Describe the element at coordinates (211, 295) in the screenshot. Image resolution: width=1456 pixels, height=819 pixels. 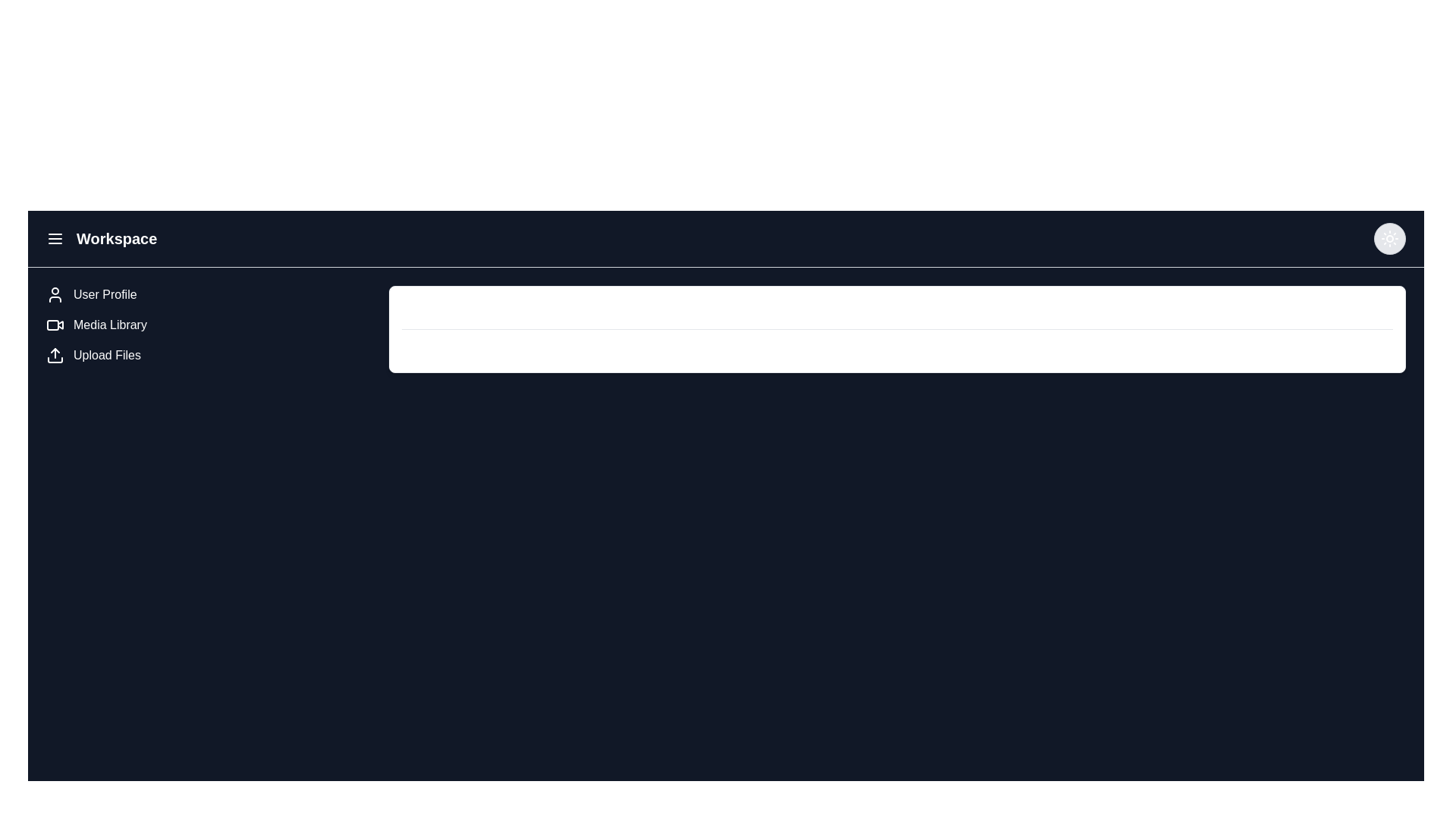
I see `the first navigation item in the vertically stacked menu for user profile functionalities by clicking on it` at that location.